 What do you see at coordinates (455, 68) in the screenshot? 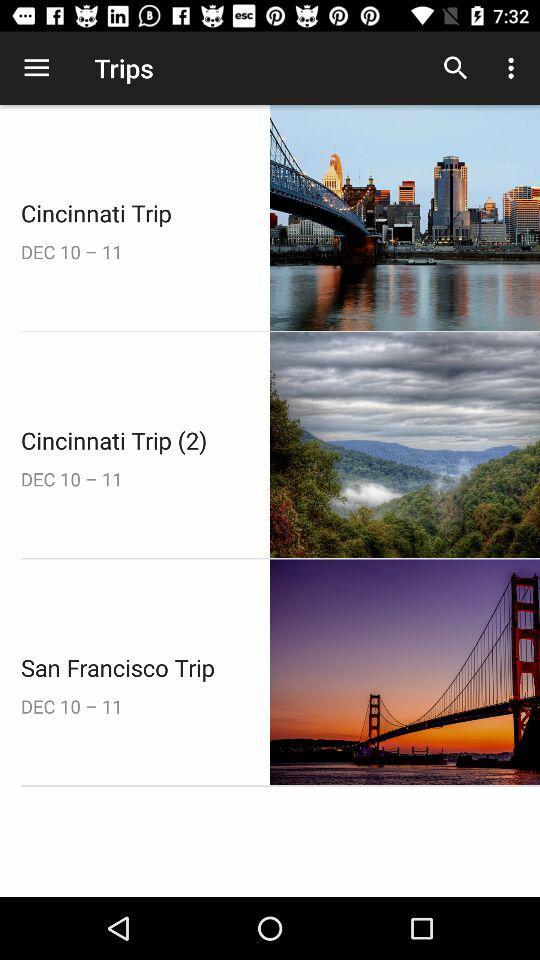
I see `item next to the trips` at bounding box center [455, 68].